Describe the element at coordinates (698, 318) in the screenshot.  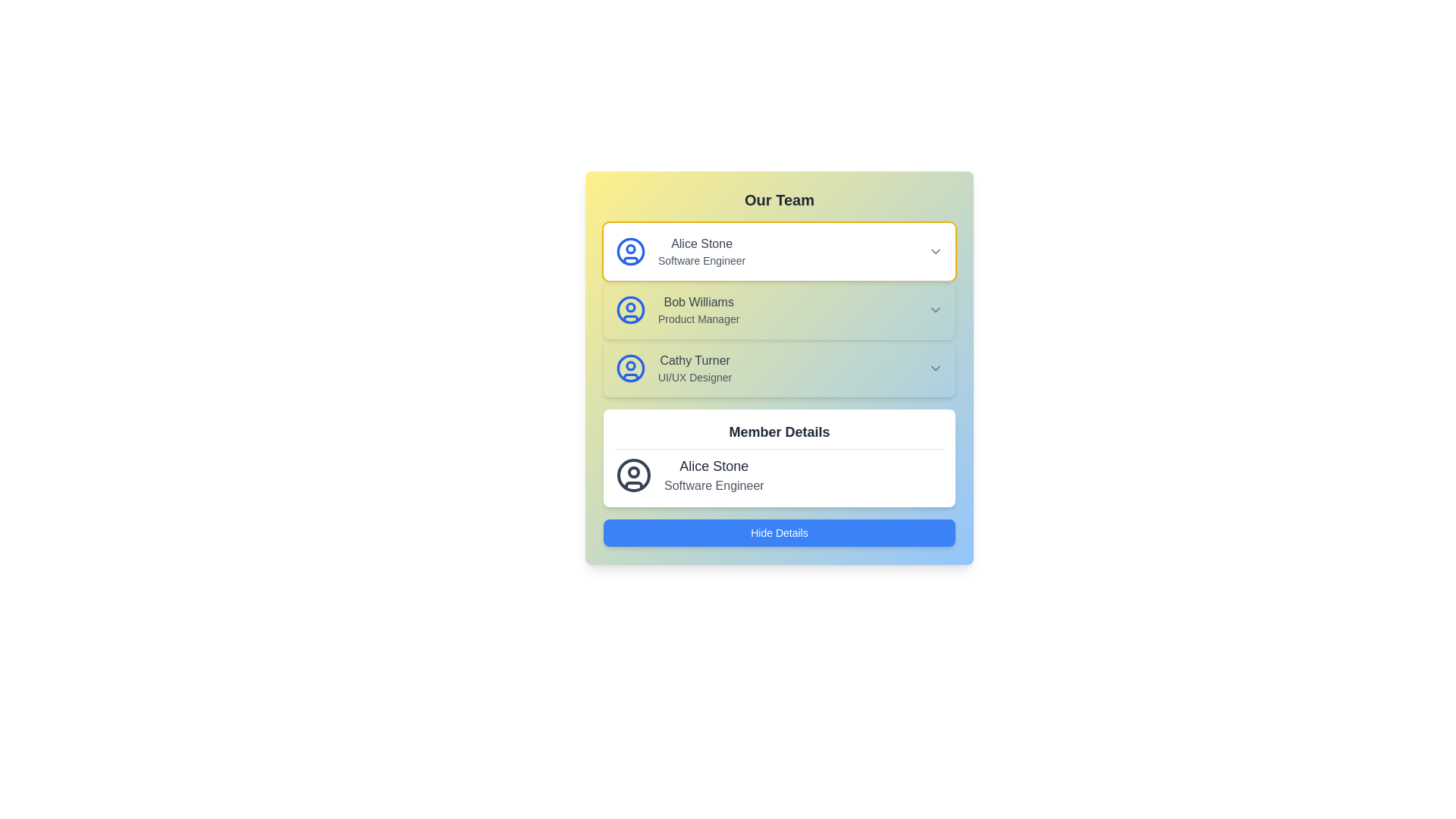
I see `the text label displaying 'Product Manager' below 'Bob Williams' to possibly trigger a tooltip` at that location.